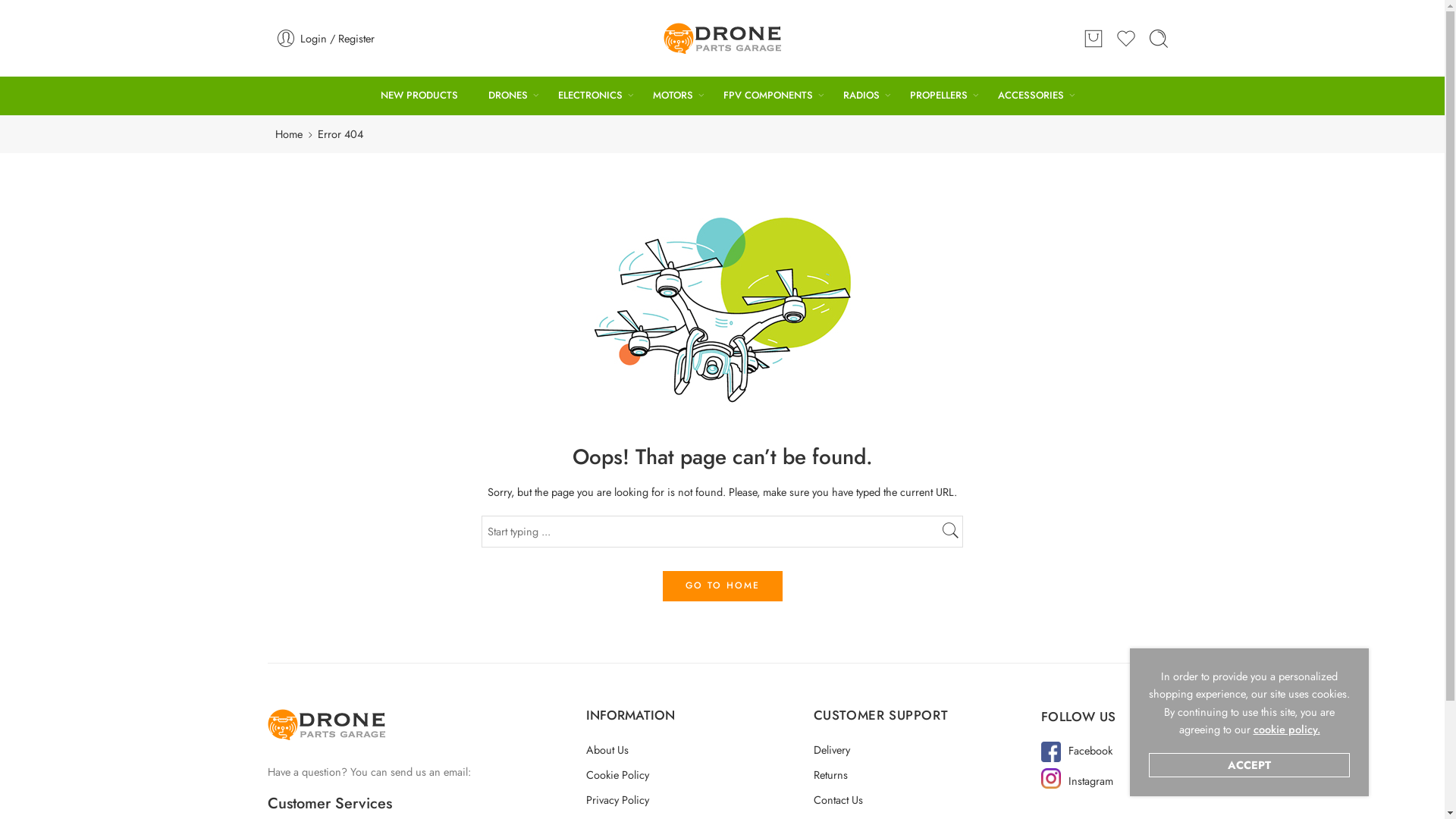 The height and width of the screenshot is (819, 1456). What do you see at coordinates (1050, 778) in the screenshot?
I see `'instagram'` at bounding box center [1050, 778].